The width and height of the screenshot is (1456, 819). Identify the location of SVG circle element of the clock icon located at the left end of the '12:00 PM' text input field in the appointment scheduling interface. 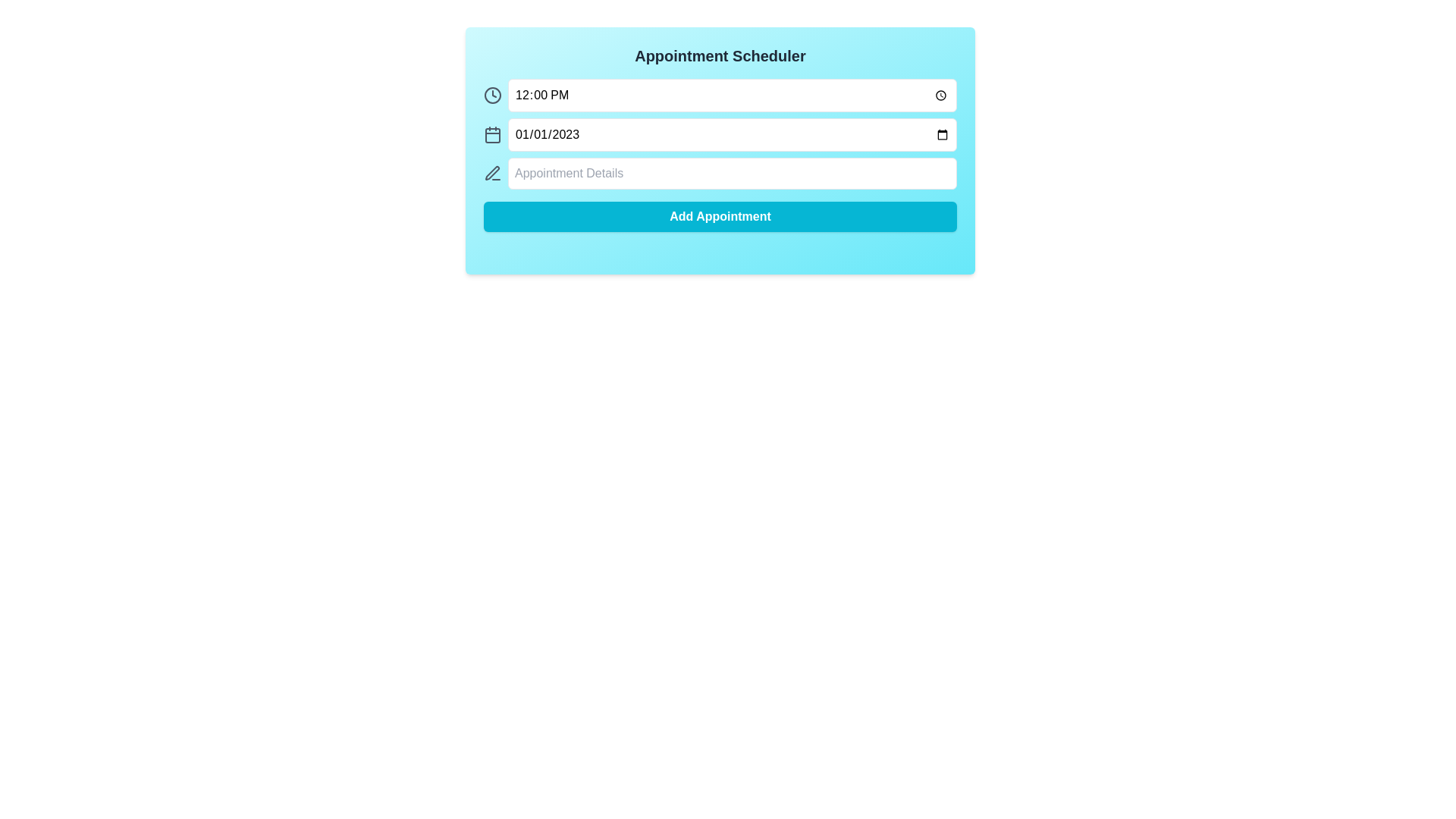
(492, 96).